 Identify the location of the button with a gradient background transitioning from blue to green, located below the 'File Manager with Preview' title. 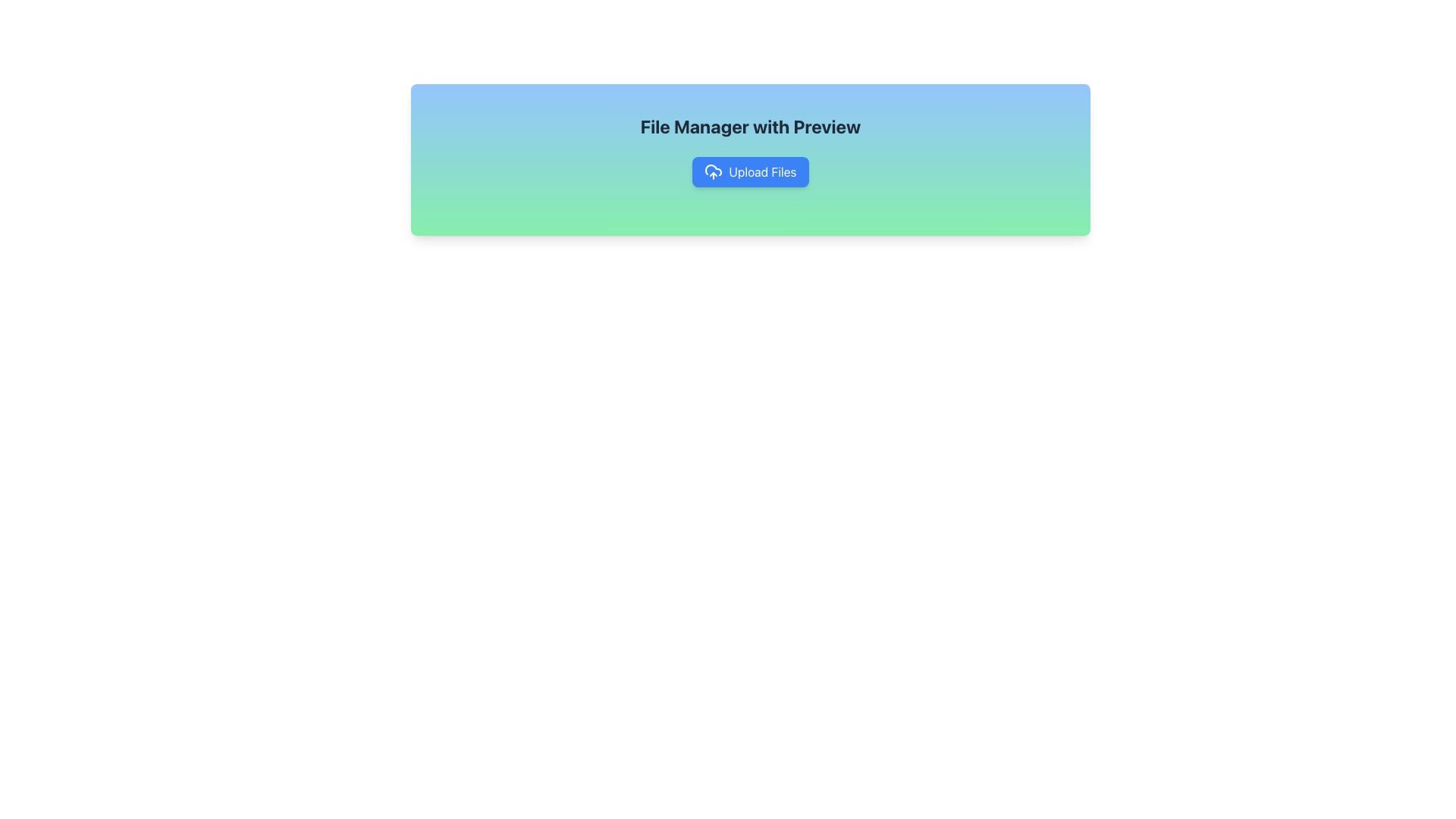
(750, 171).